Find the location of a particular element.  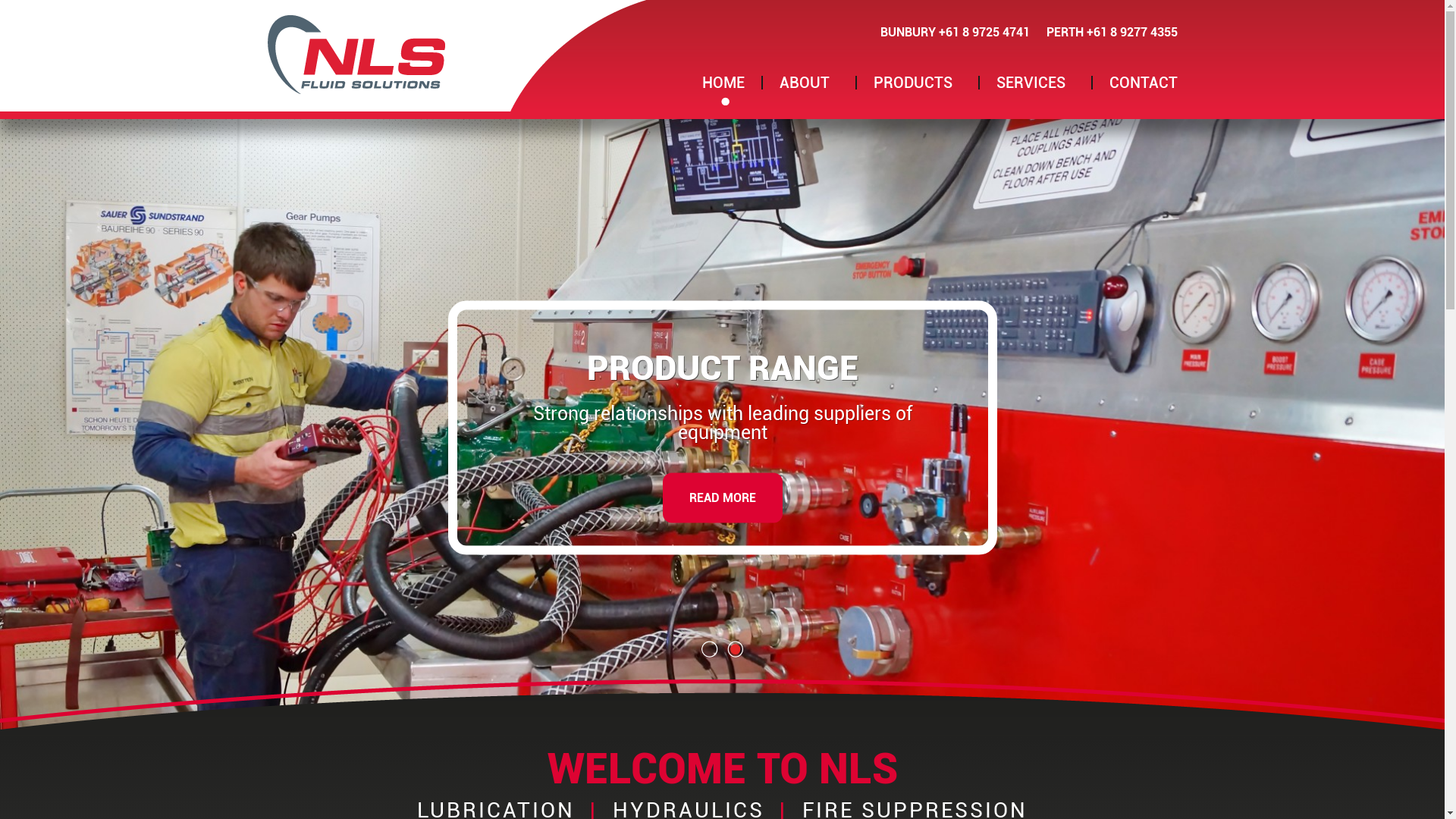

'BUNBURY +61 8 9725 4741' is located at coordinates (953, 32).